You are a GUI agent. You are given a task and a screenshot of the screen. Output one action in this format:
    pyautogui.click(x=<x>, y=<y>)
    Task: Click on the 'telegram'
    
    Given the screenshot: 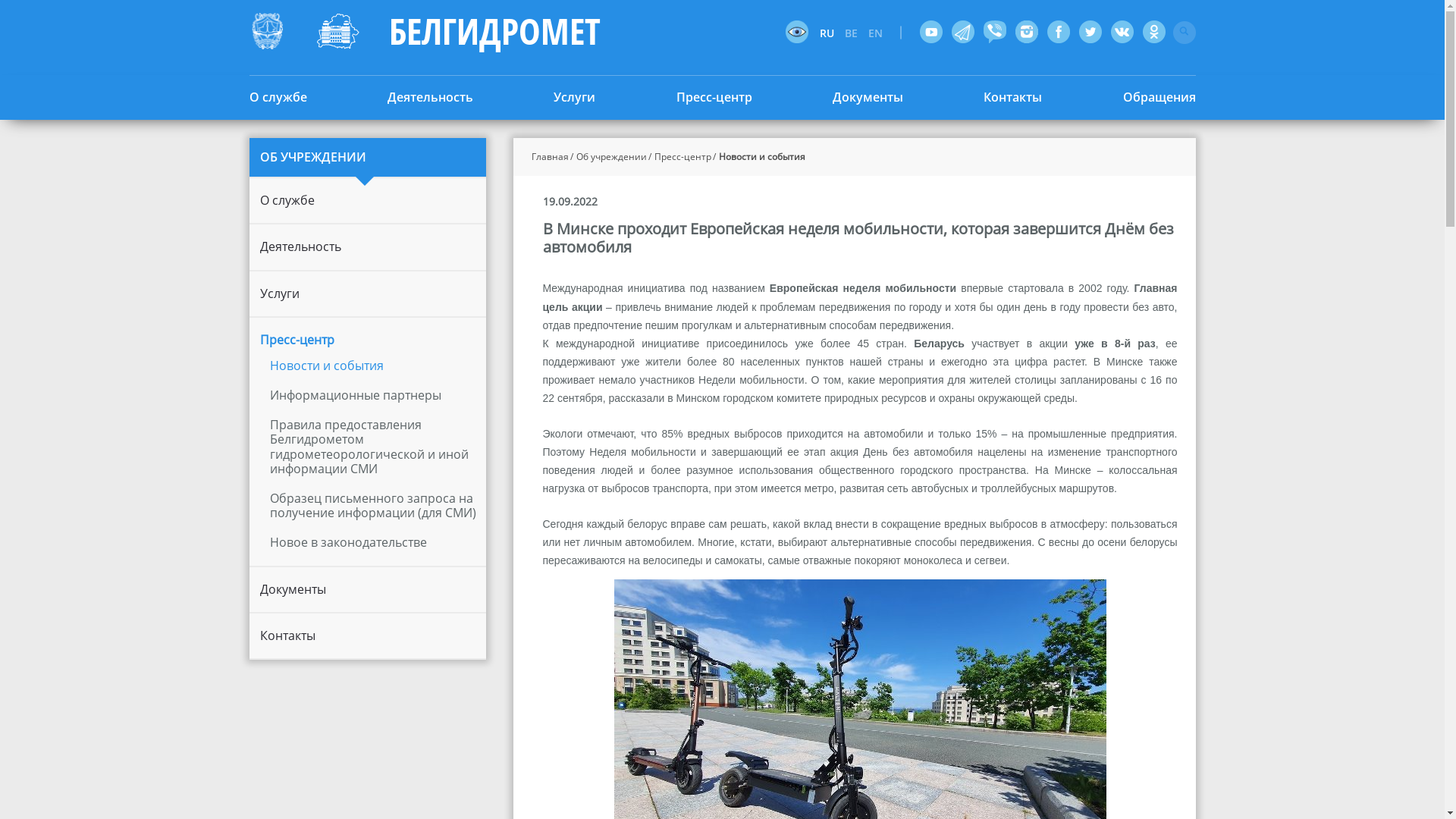 What is the action you would take?
    pyautogui.click(x=961, y=32)
    